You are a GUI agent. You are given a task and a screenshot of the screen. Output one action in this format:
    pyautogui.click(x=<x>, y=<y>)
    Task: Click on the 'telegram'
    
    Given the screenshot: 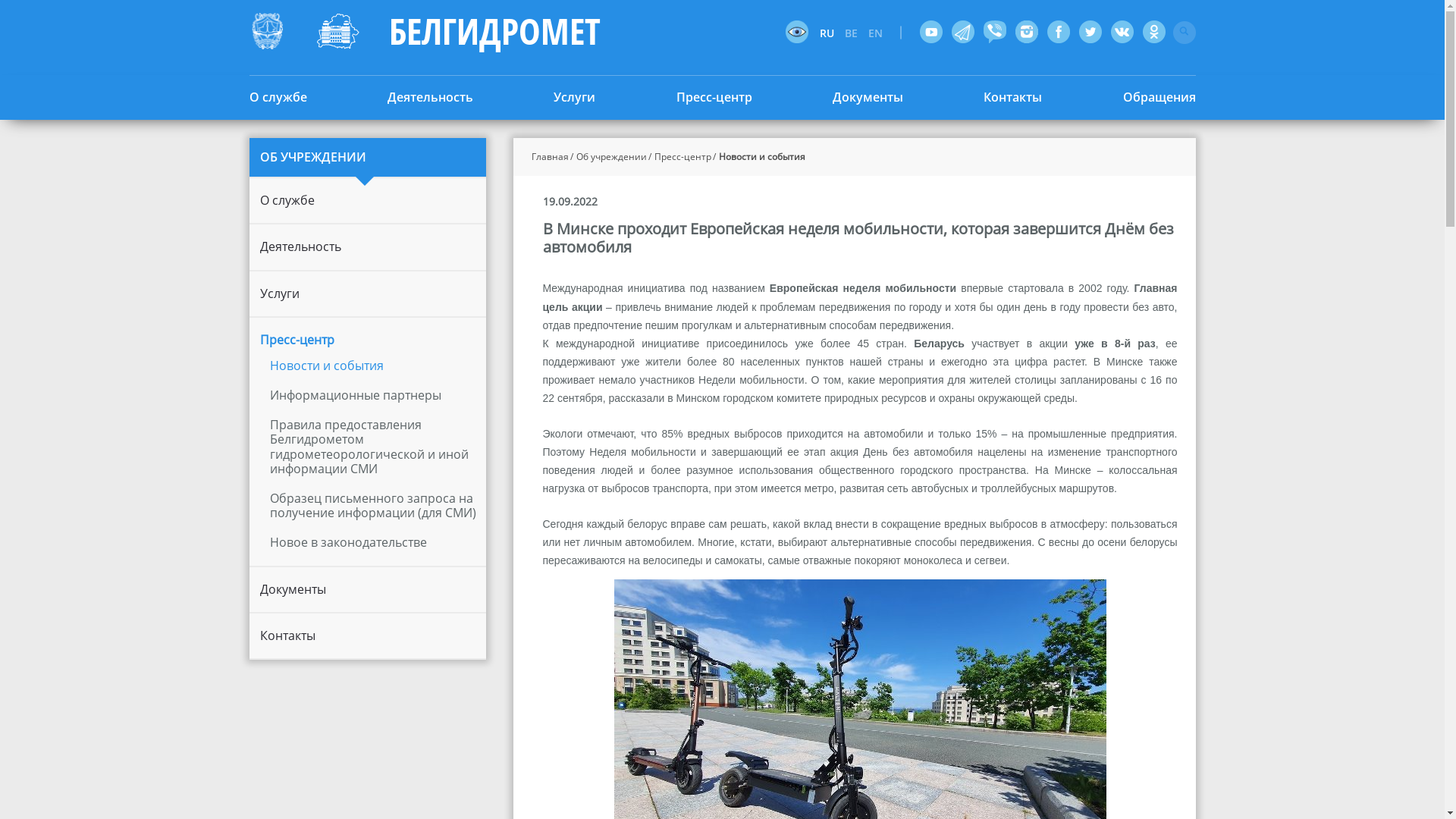 What is the action you would take?
    pyautogui.click(x=961, y=32)
    